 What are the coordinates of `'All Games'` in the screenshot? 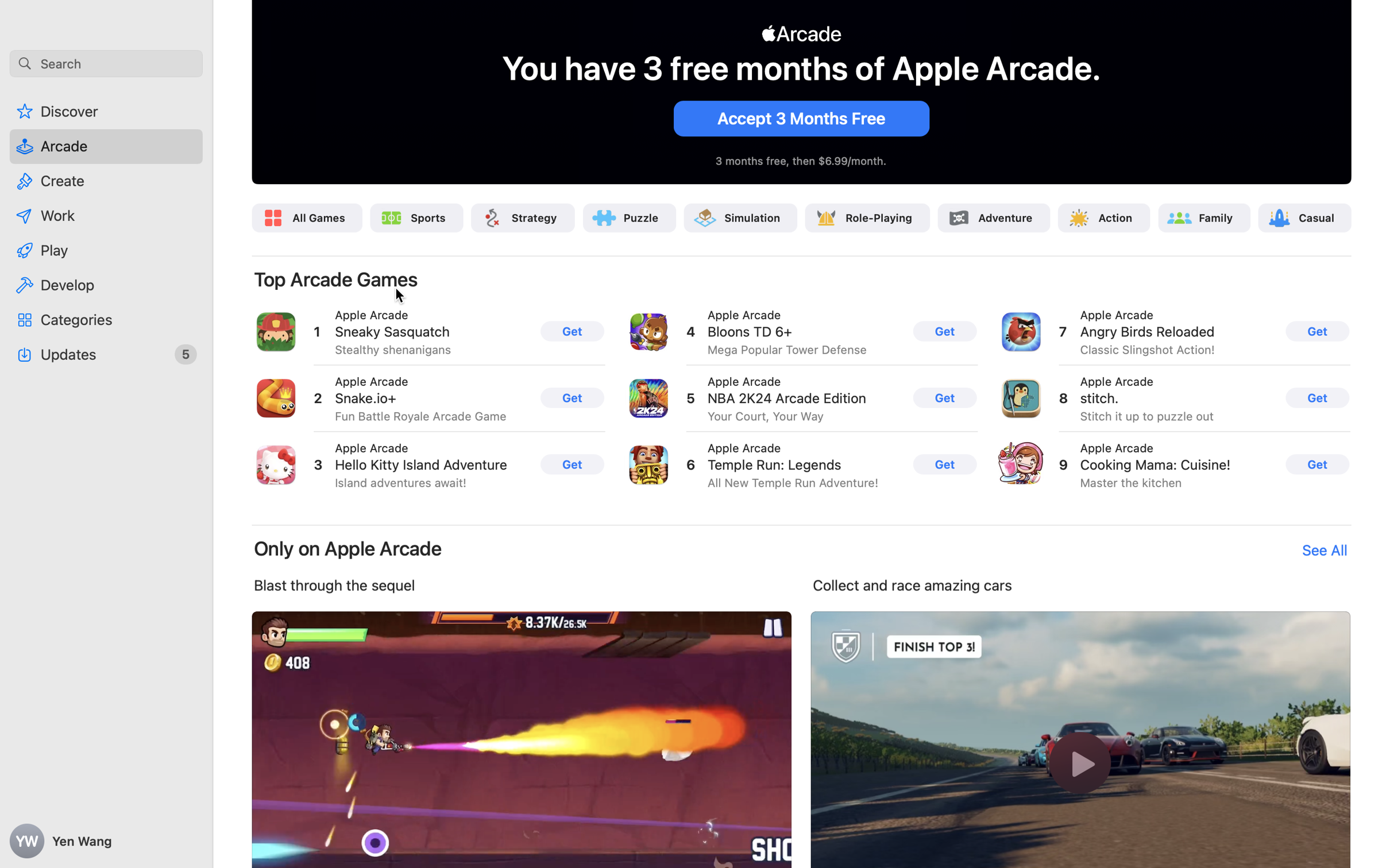 It's located at (319, 217).